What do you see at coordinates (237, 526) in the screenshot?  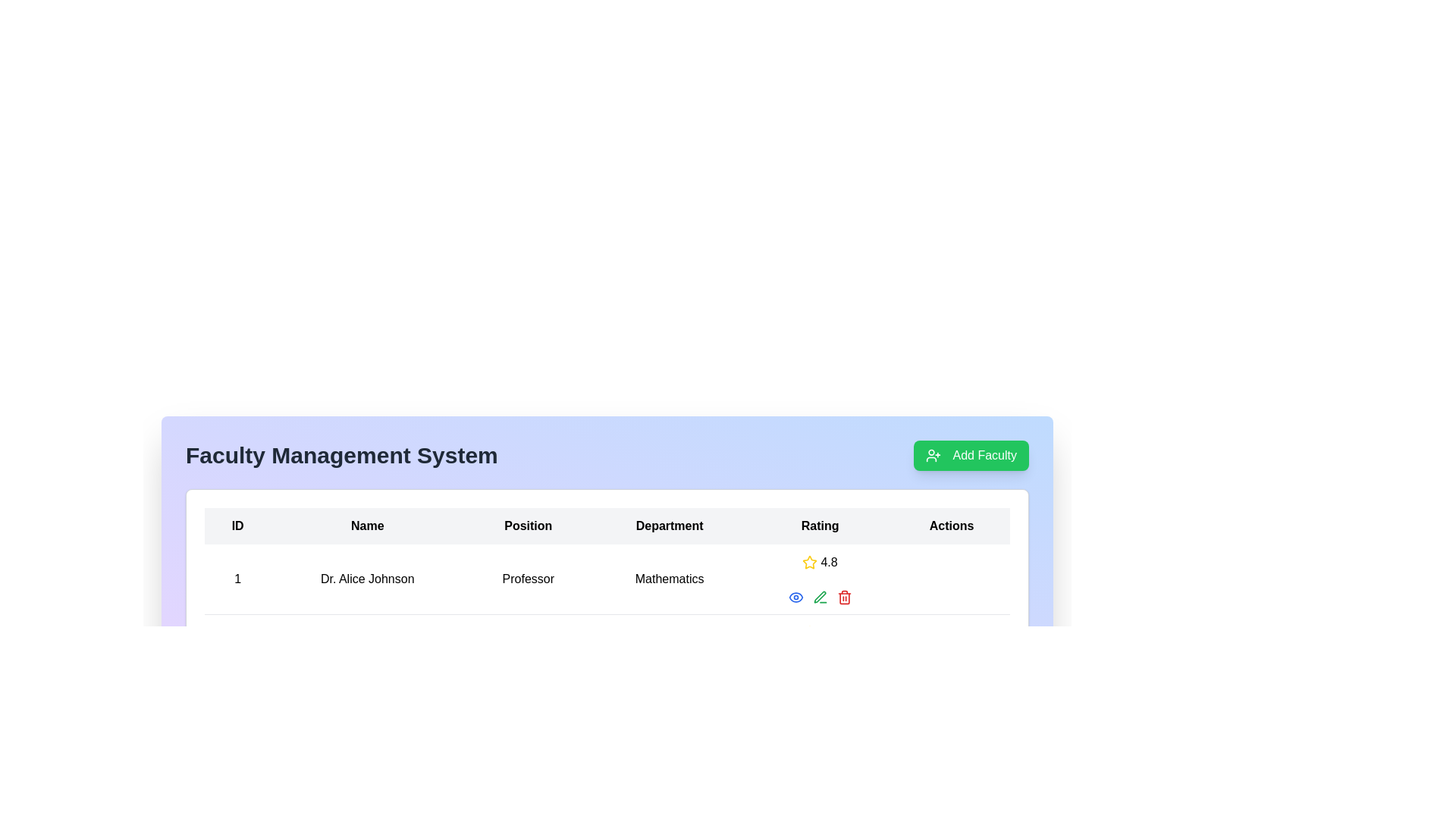 I see `the text label displaying 'ID' in bold black font located at the far-left of the header row within a table-like layout` at bounding box center [237, 526].